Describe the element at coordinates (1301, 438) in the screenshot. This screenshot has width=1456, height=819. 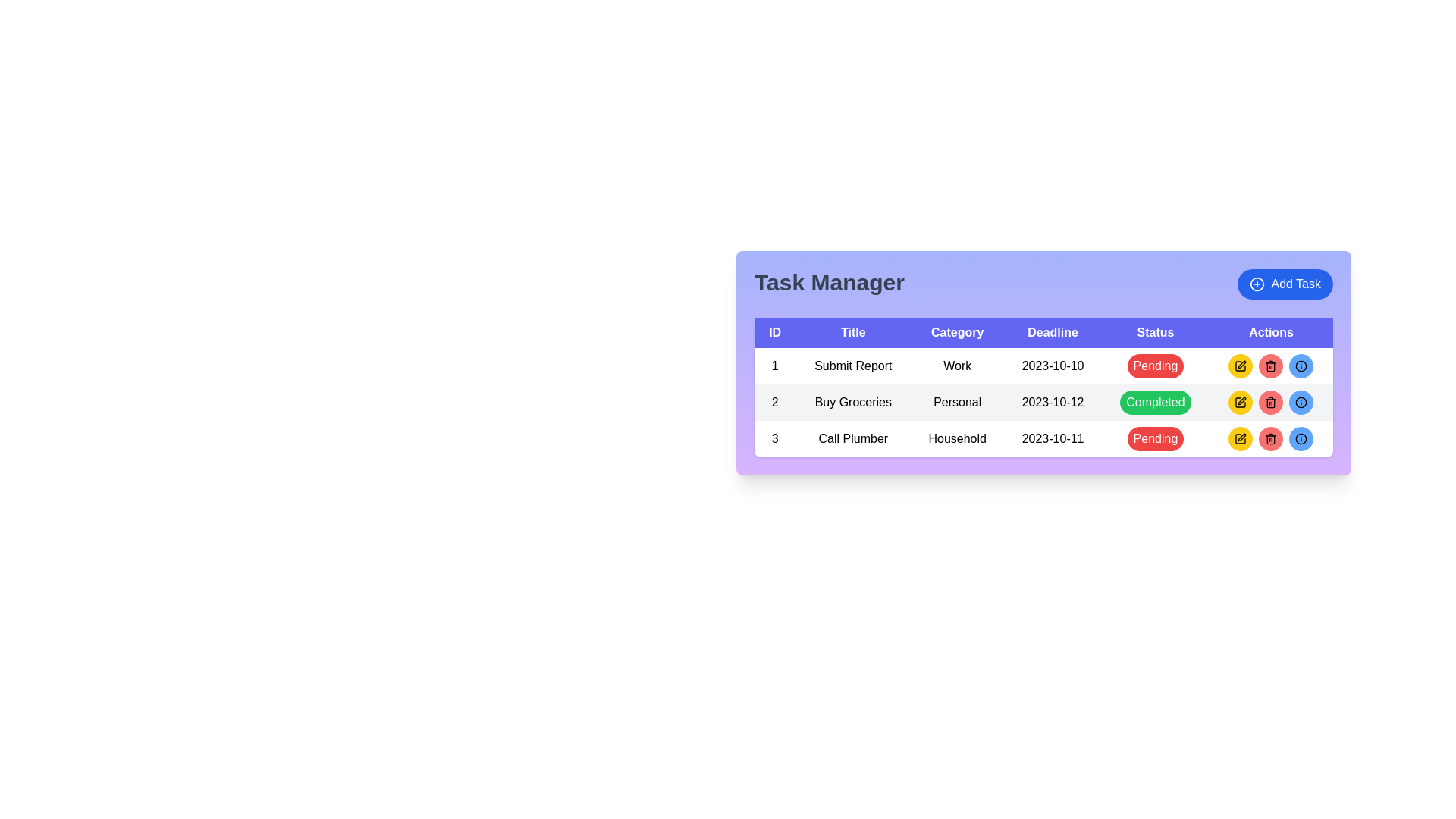
I see `the circular information icon located in the third row under the 'Actions' column of the table` at that location.